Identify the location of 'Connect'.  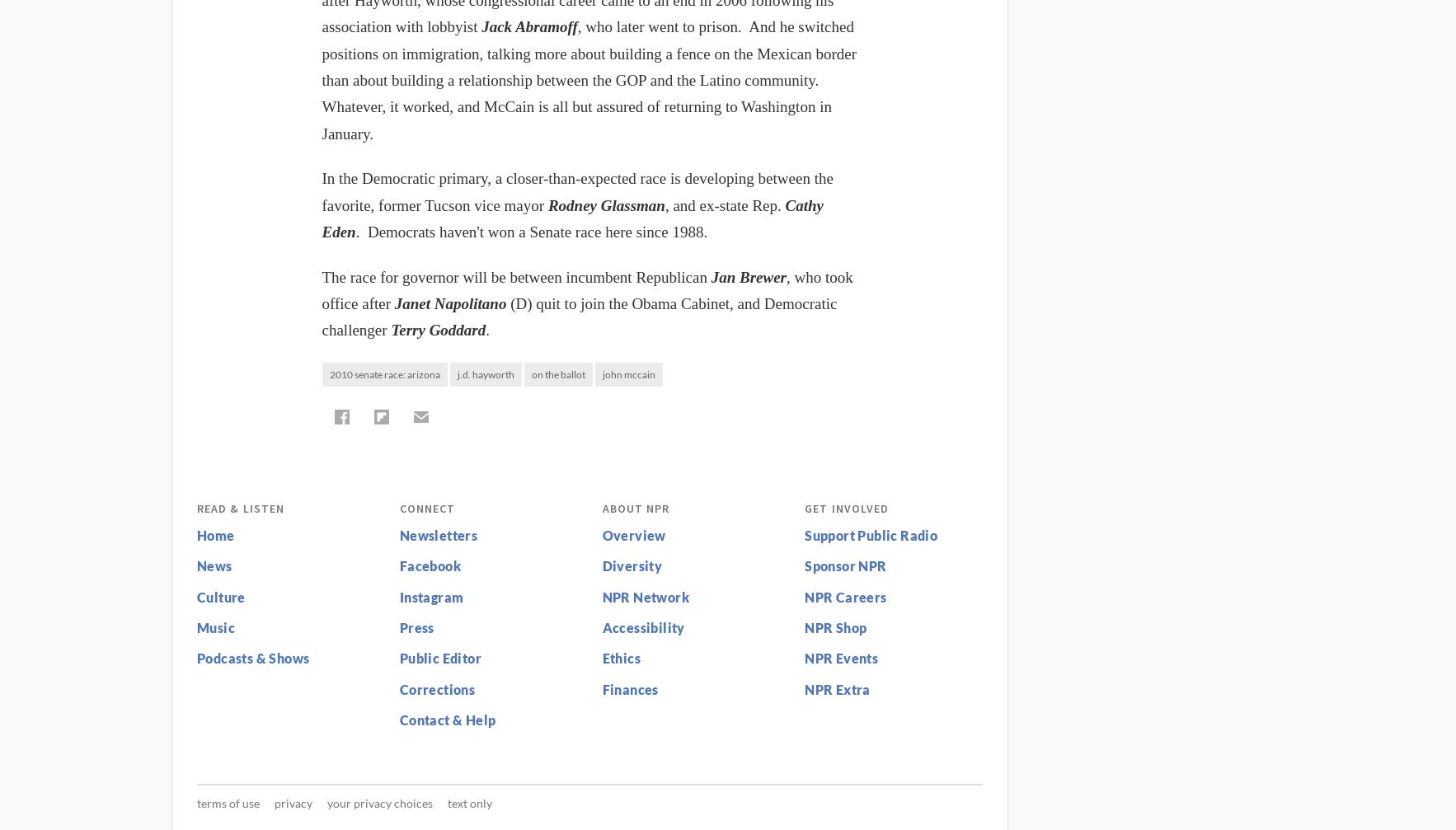
(426, 506).